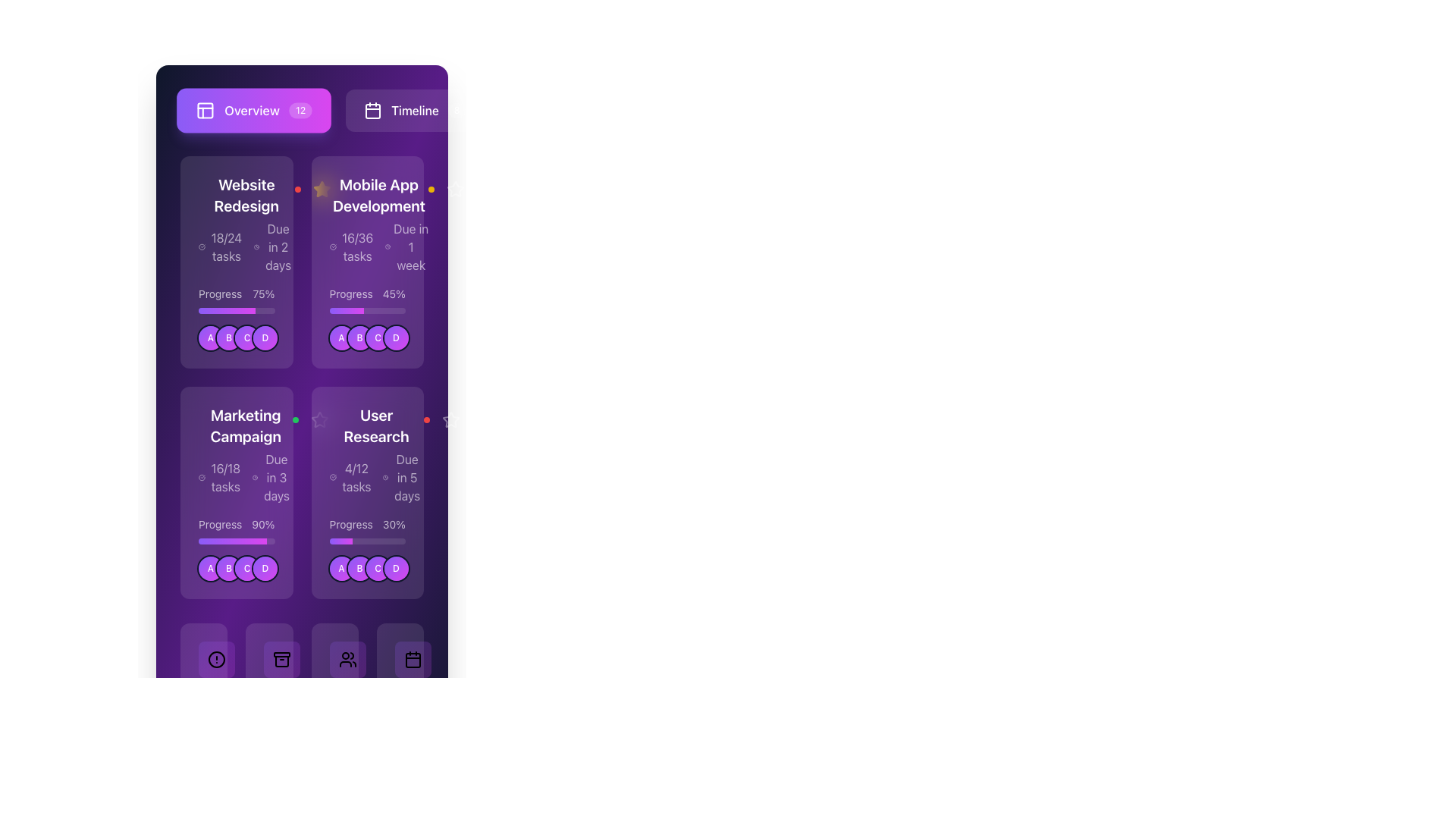  Describe the element at coordinates (236, 224) in the screenshot. I see `the progress status display for the project 'Website Redesign'` at that location.